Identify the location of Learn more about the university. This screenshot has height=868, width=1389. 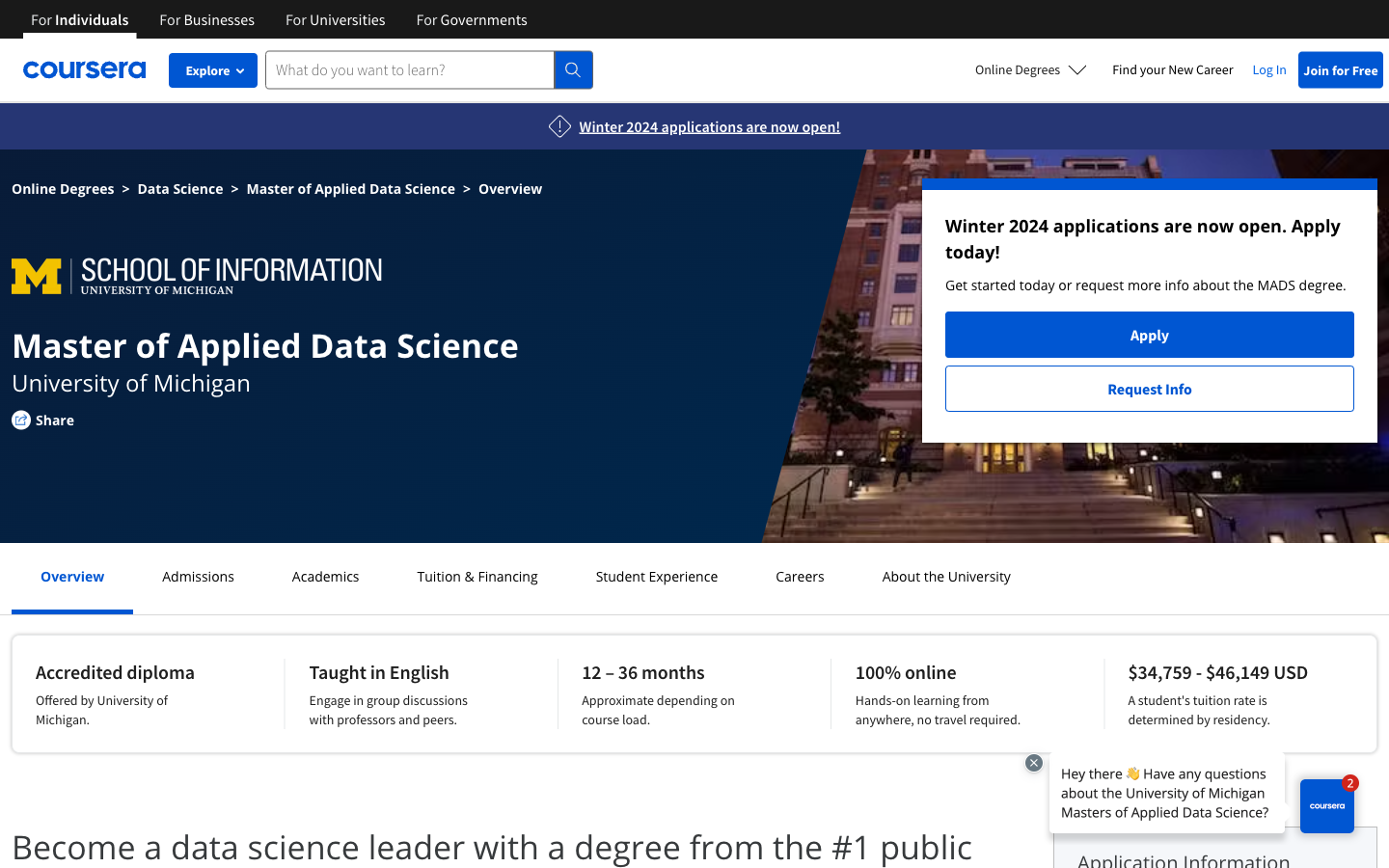
(945, 576).